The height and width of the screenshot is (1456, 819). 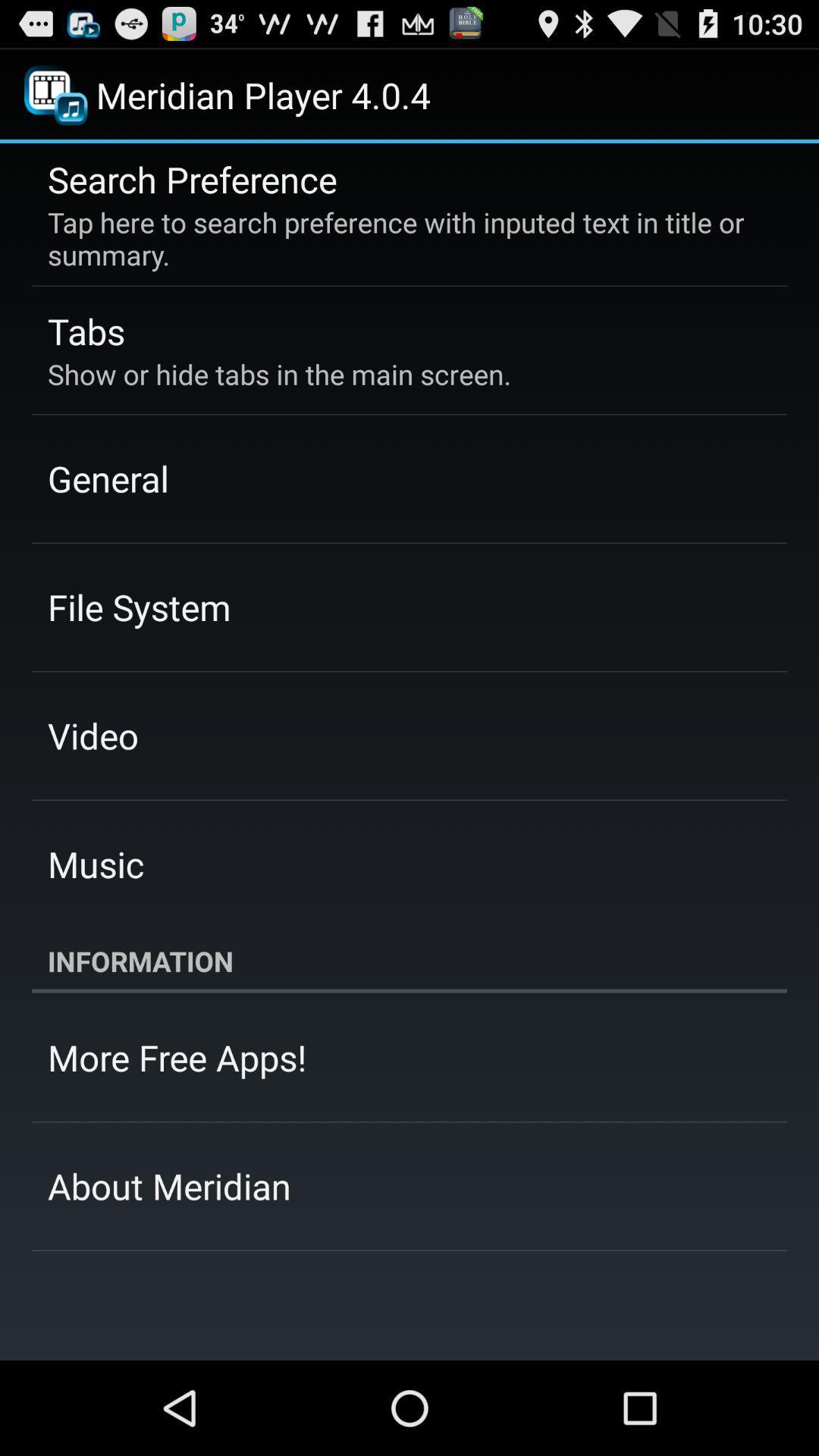 I want to click on the music, so click(x=96, y=864).